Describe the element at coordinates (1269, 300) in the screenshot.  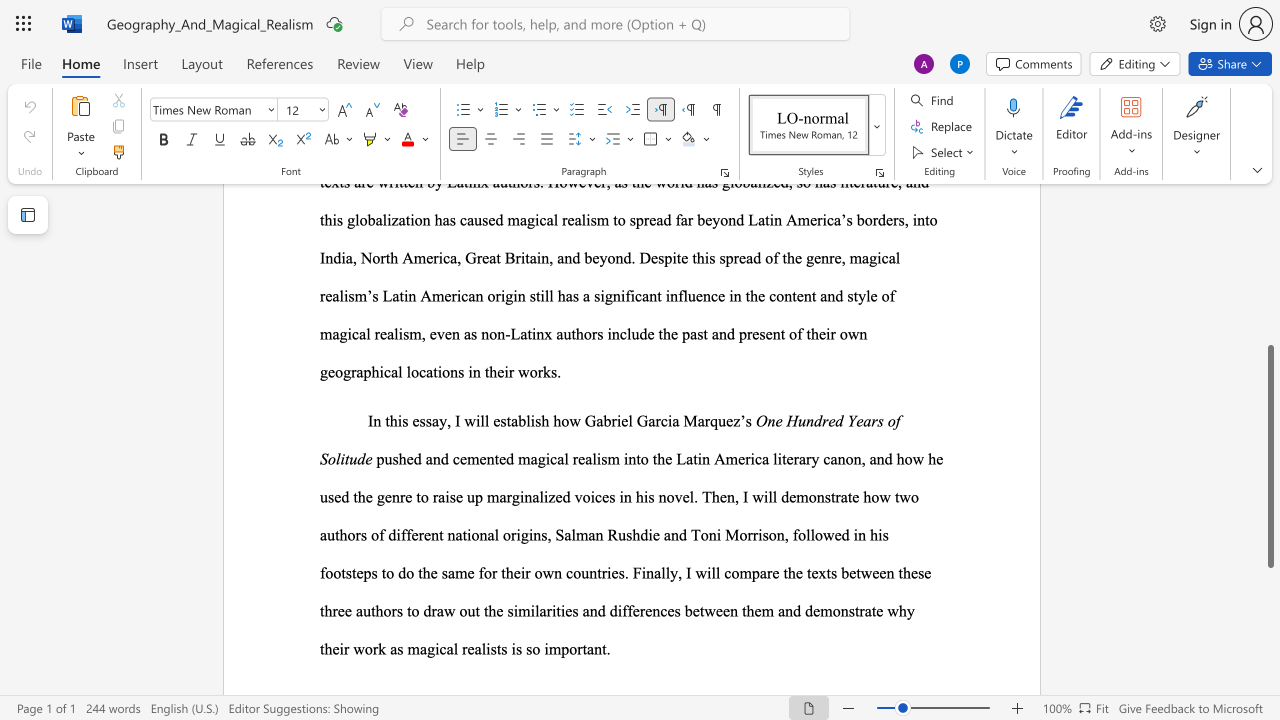
I see `the scrollbar on the right to move the page upward` at that location.